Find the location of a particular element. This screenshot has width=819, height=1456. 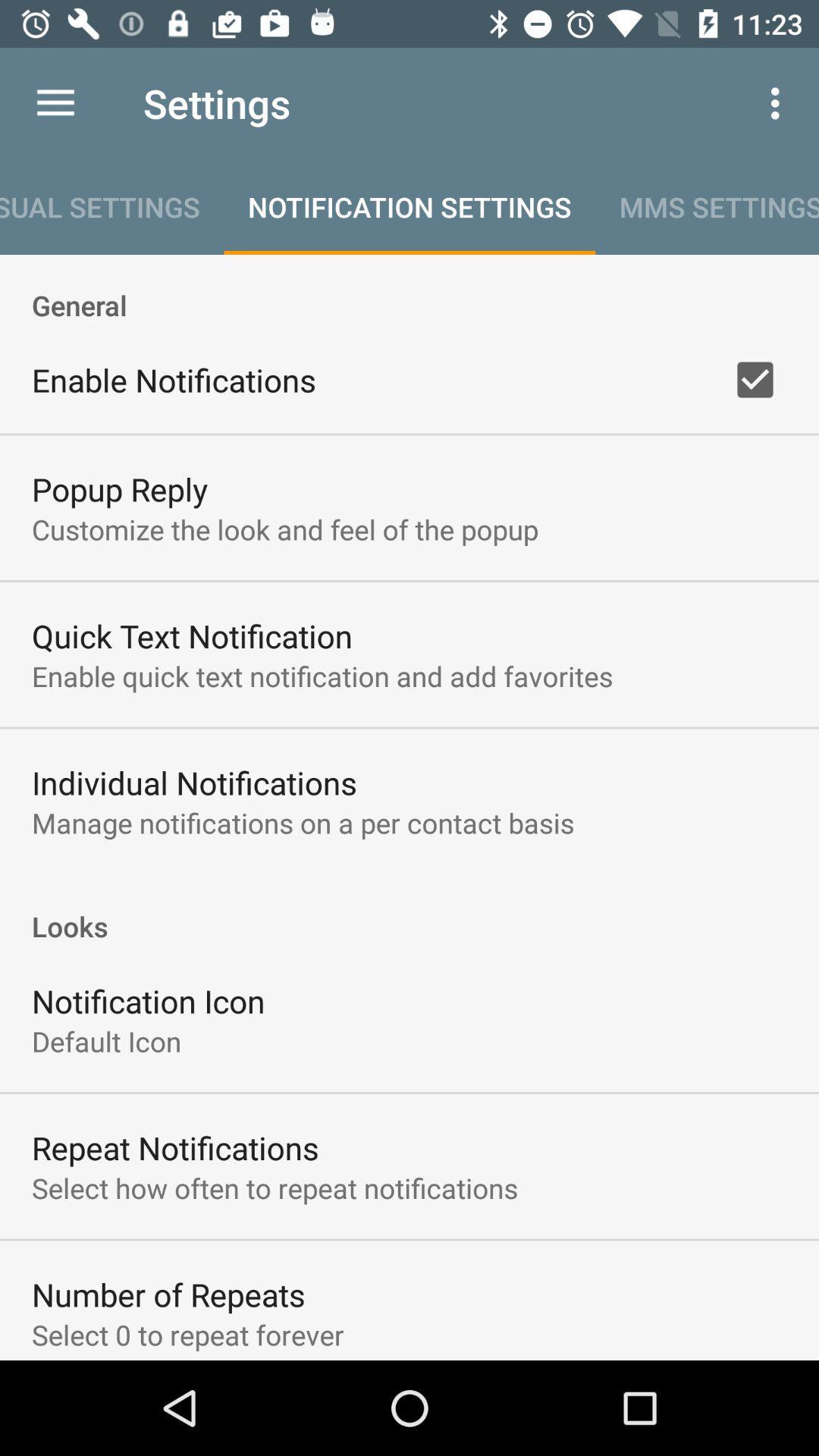

icon below the repeat notifications icon is located at coordinates (275, 1187).